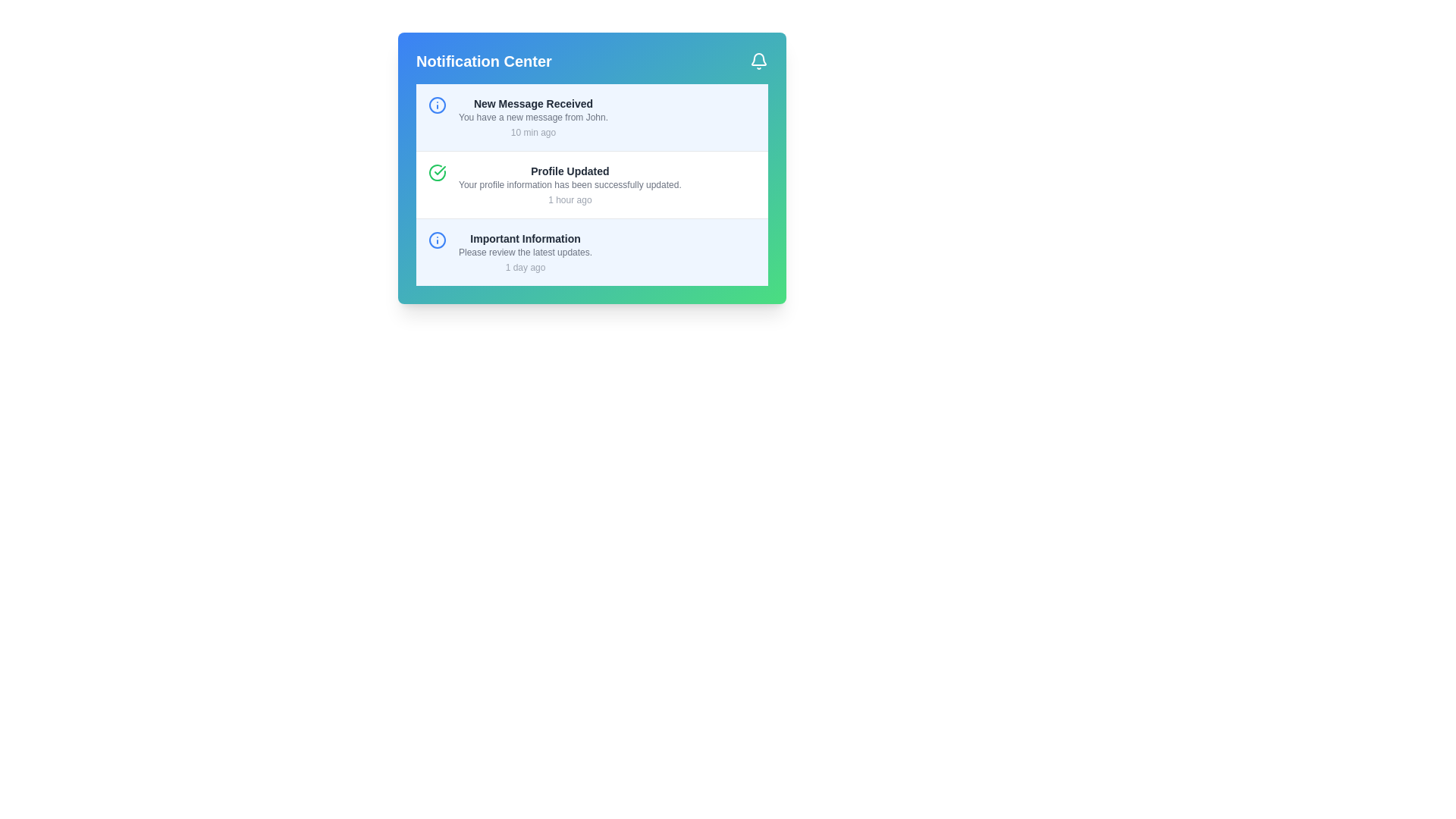  Describe the element at coordinates (436, 104) in the screenshot. I see `the first icon on the left-hand side of the 'New Message Received' notification in the notification center panel, which indicates an information-related notification` at that location.